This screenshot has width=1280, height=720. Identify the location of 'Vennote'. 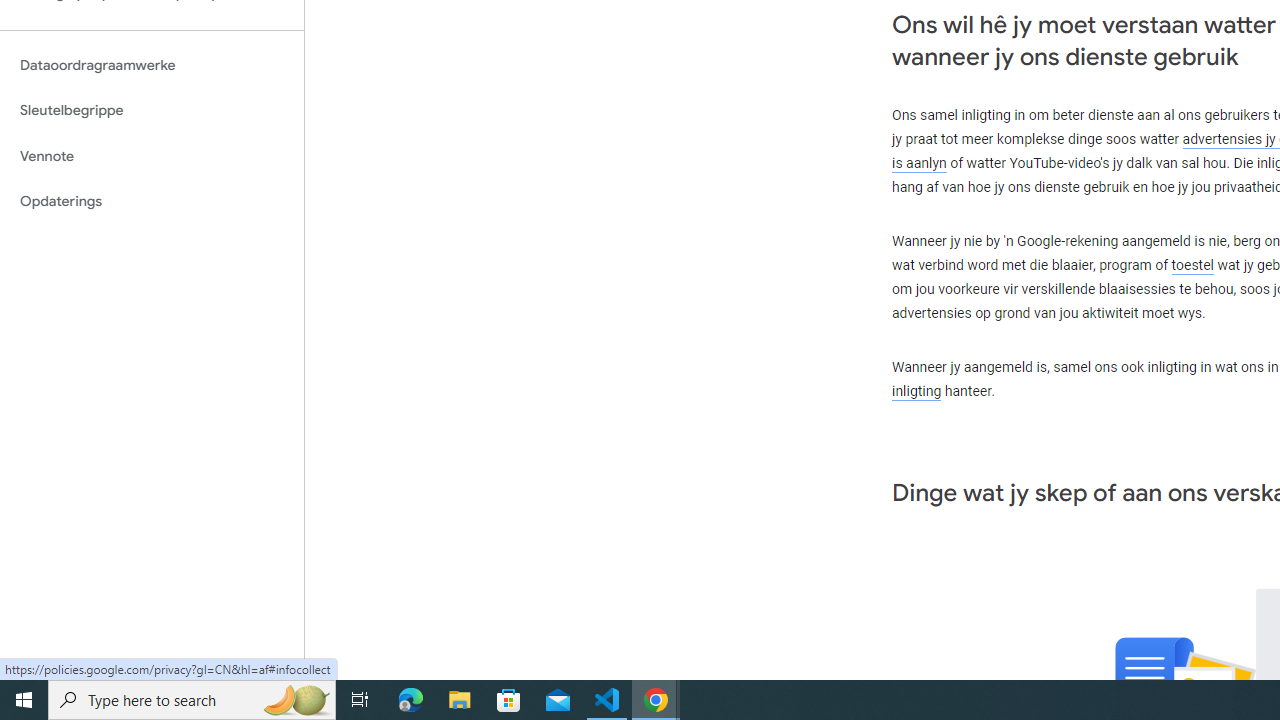
(151, 155).